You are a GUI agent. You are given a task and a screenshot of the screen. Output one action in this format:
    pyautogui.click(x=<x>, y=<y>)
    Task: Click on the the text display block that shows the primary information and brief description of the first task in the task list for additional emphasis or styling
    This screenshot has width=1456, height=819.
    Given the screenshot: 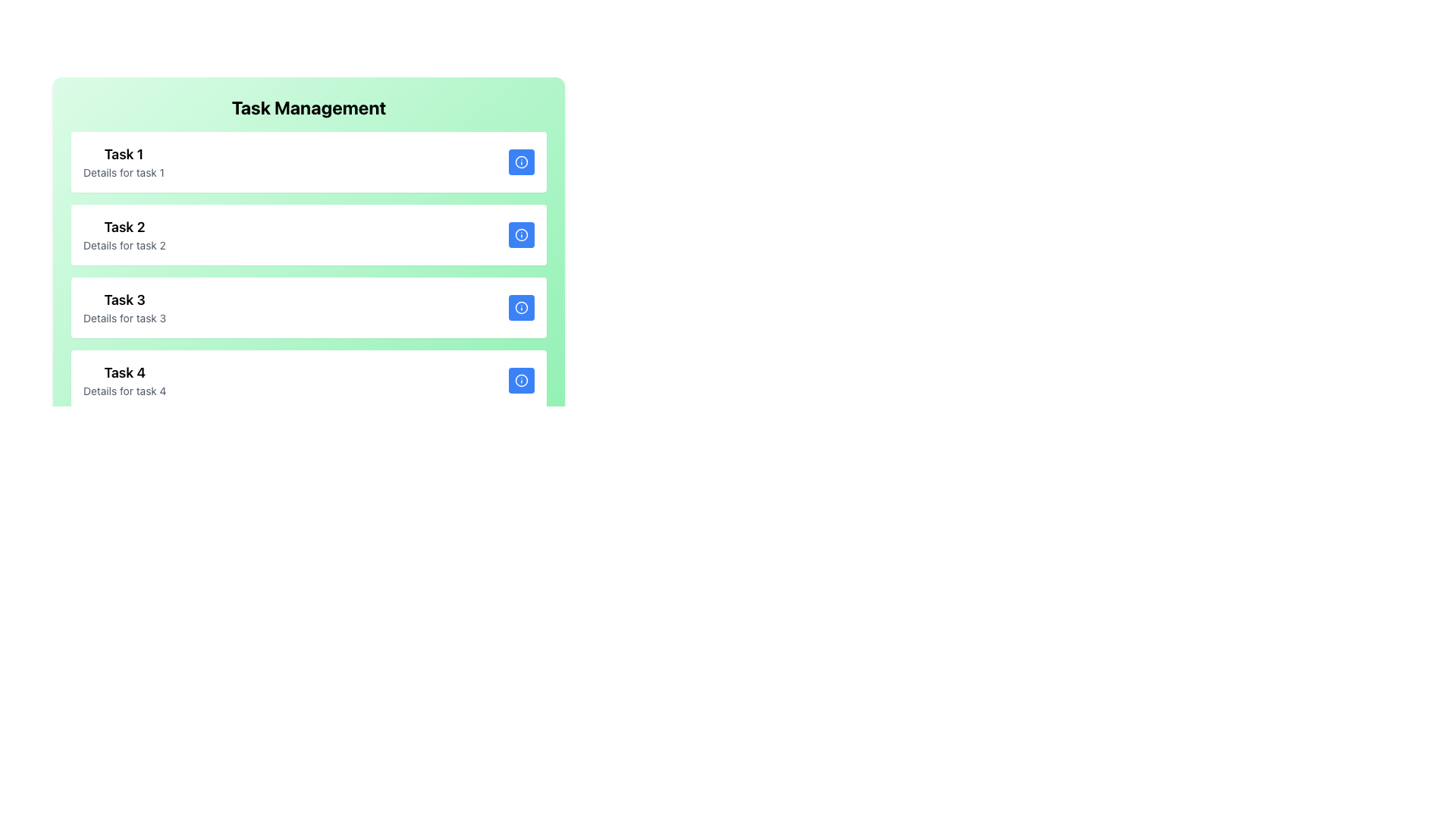 What is the action you would take?
    pyautogui.click(x=124, y=162)
    